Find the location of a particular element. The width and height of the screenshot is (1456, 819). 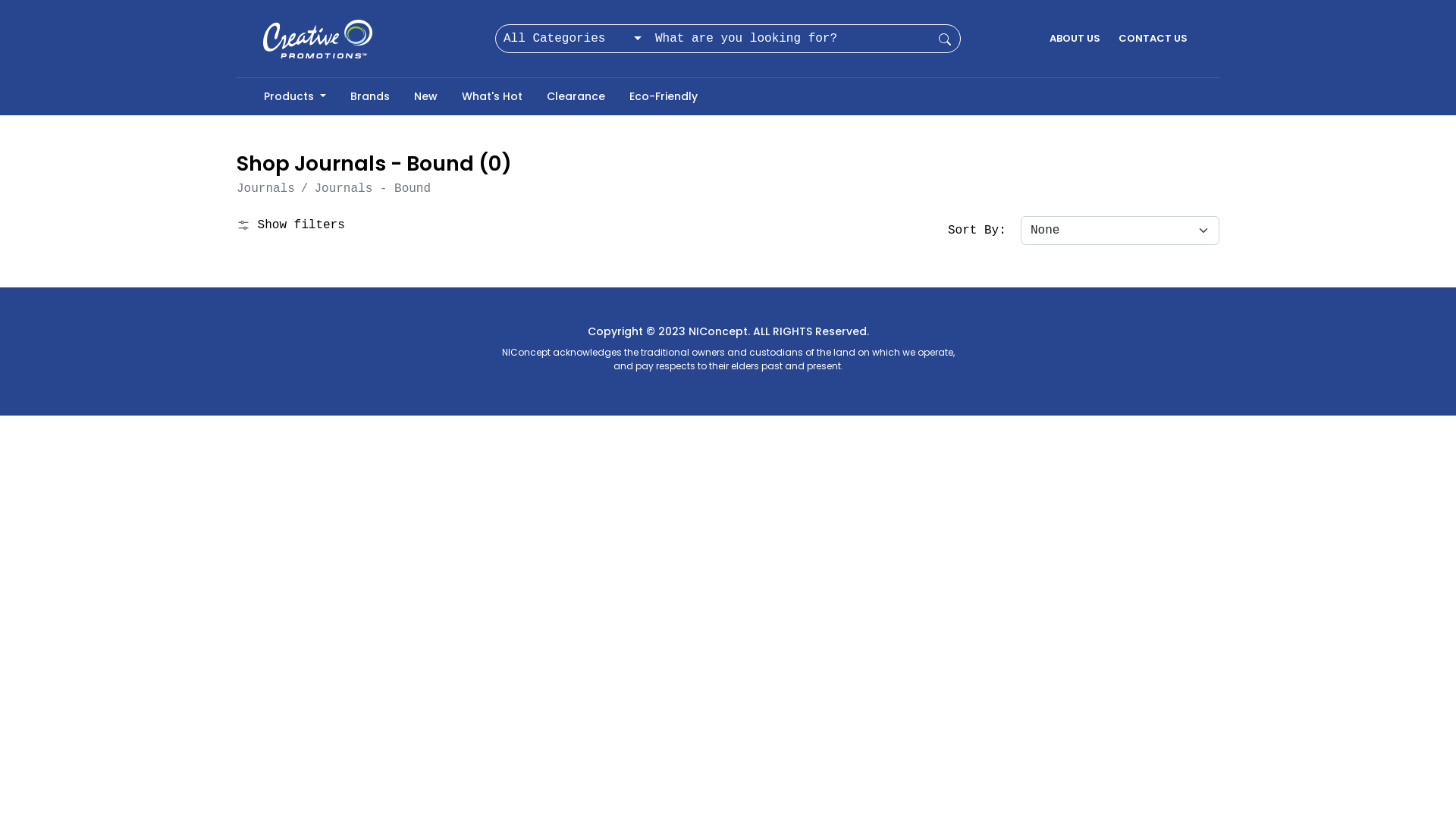

'Brands' is located at coordinates (370, 96).